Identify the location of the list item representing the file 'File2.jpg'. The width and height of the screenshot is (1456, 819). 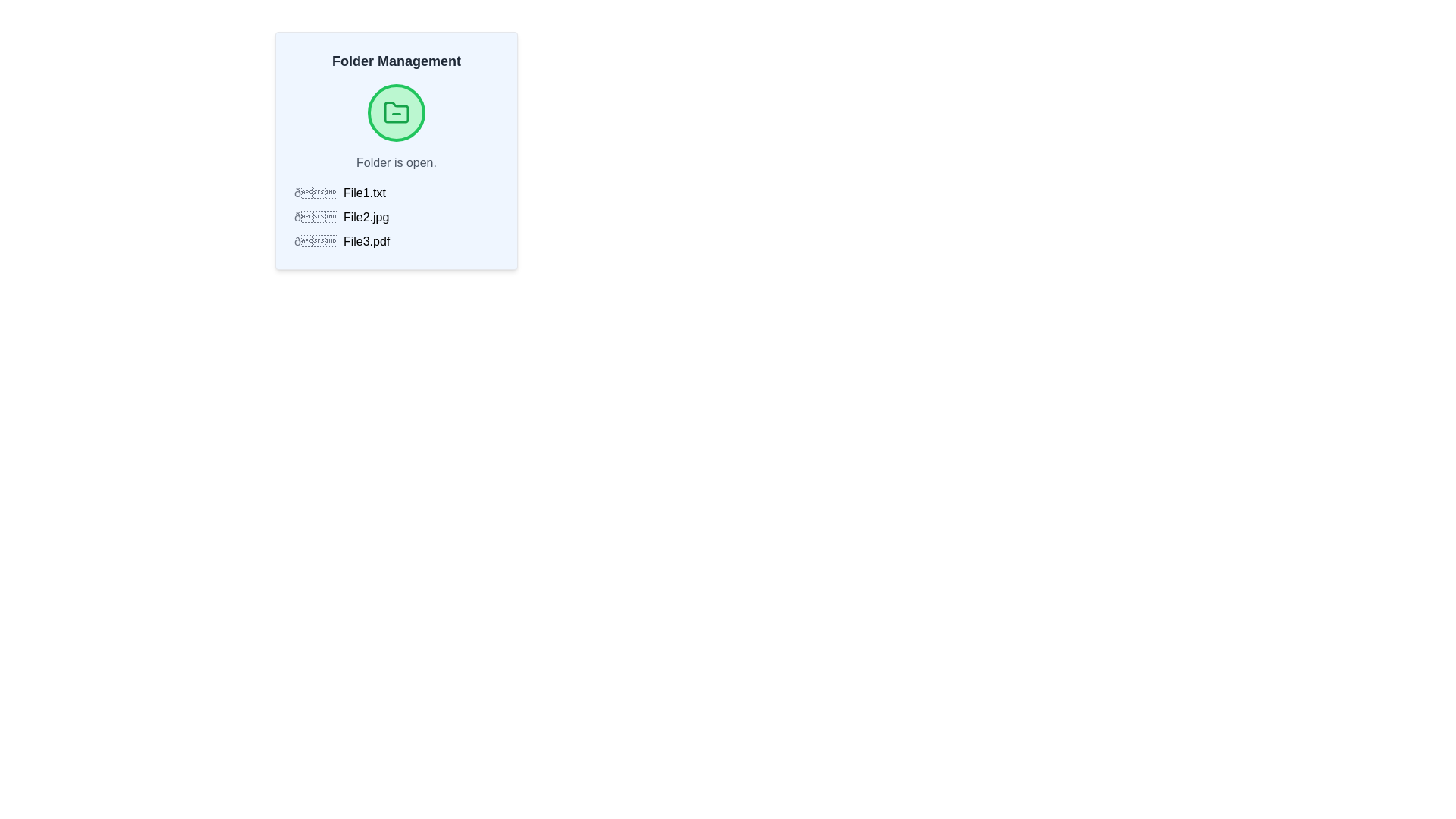
(397, 217).